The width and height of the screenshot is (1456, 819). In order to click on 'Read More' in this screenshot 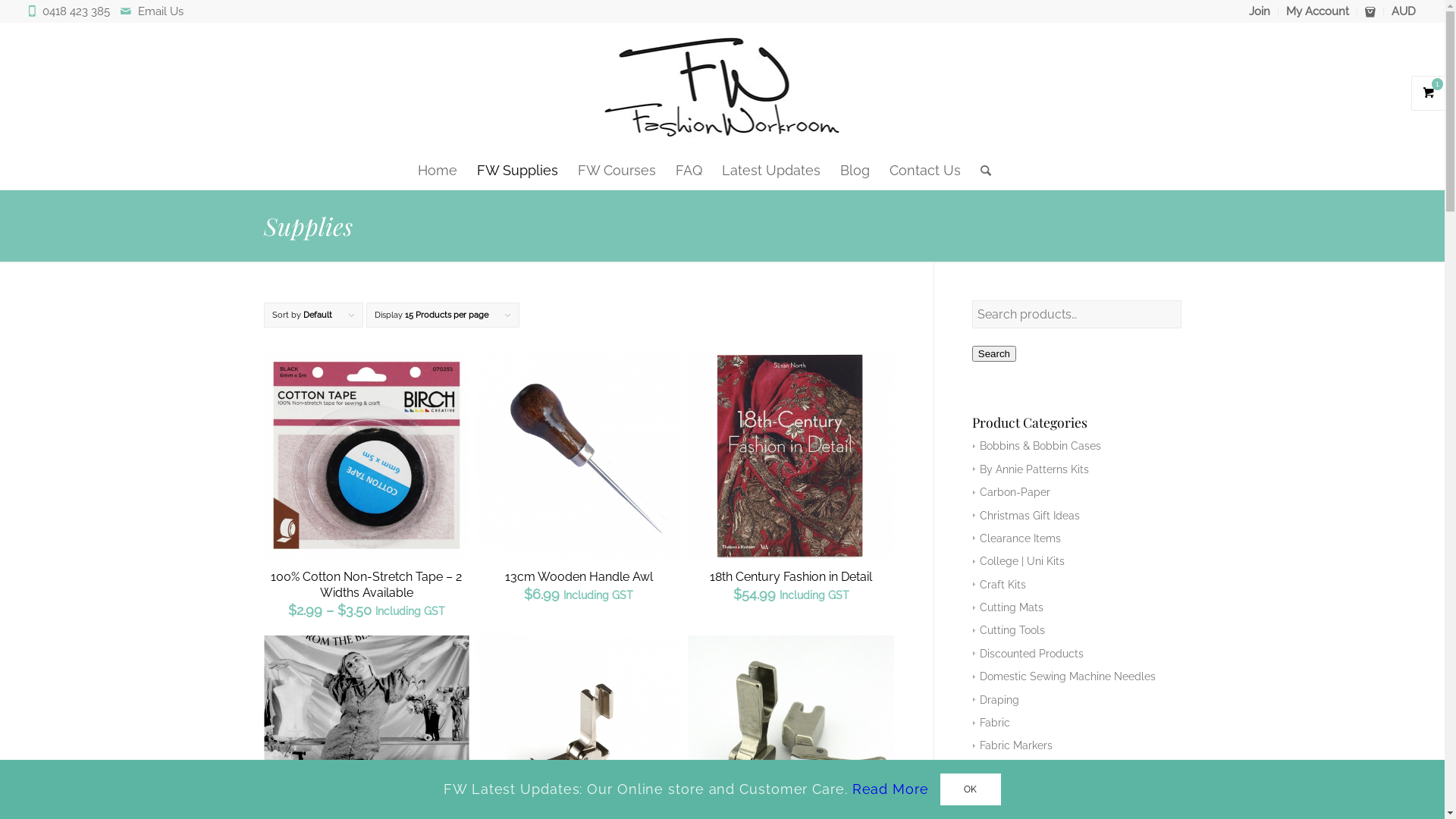, I will do `click(890, 788)`.